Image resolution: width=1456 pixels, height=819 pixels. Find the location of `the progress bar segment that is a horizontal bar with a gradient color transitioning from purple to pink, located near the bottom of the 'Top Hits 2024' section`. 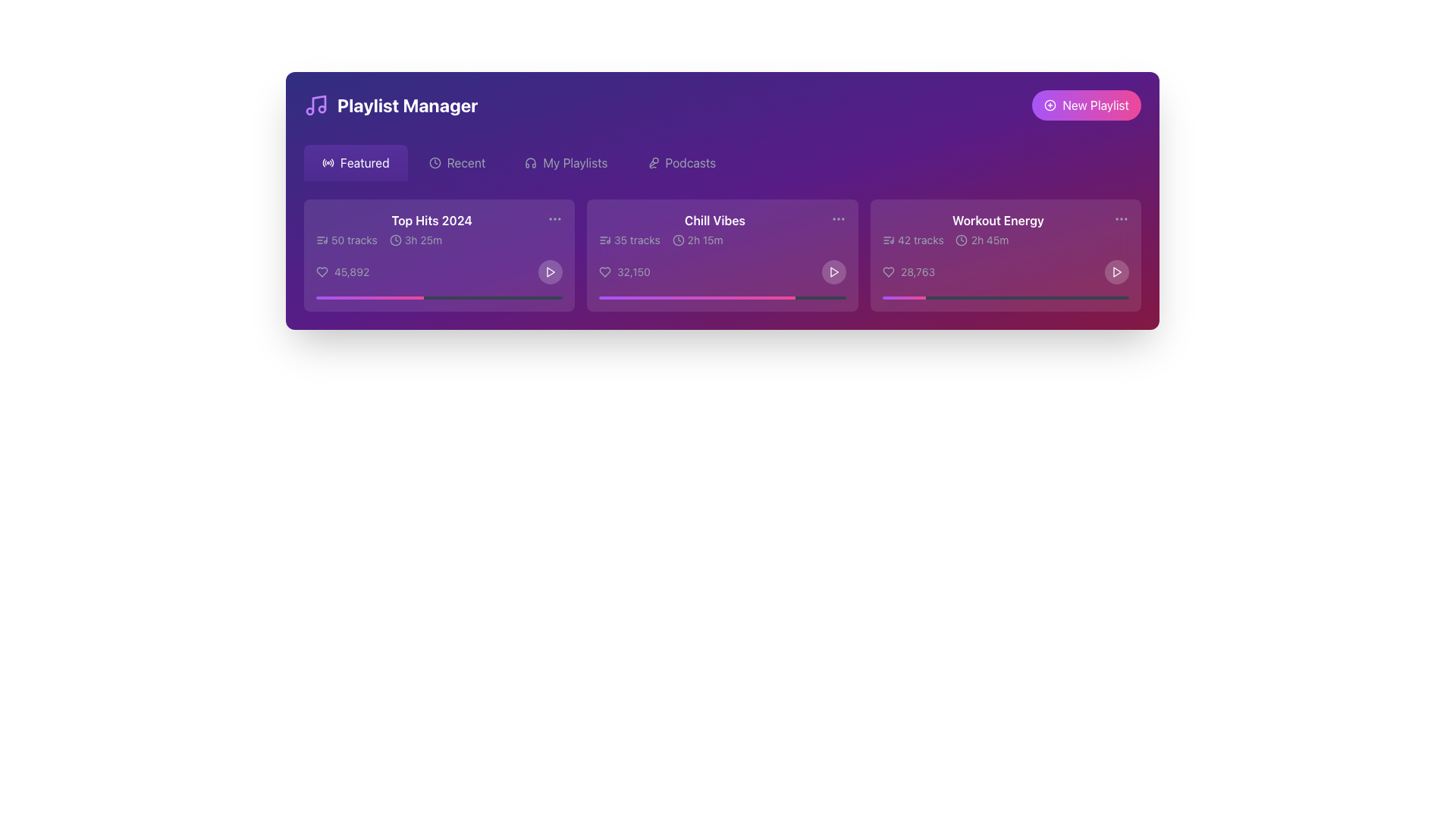

the progress bar segment that is a horizontal bar with a gradient color transitioning from purple to pink, located near the bottom of the 'Top Hits 2024' section is located at coordinates (369, 298).